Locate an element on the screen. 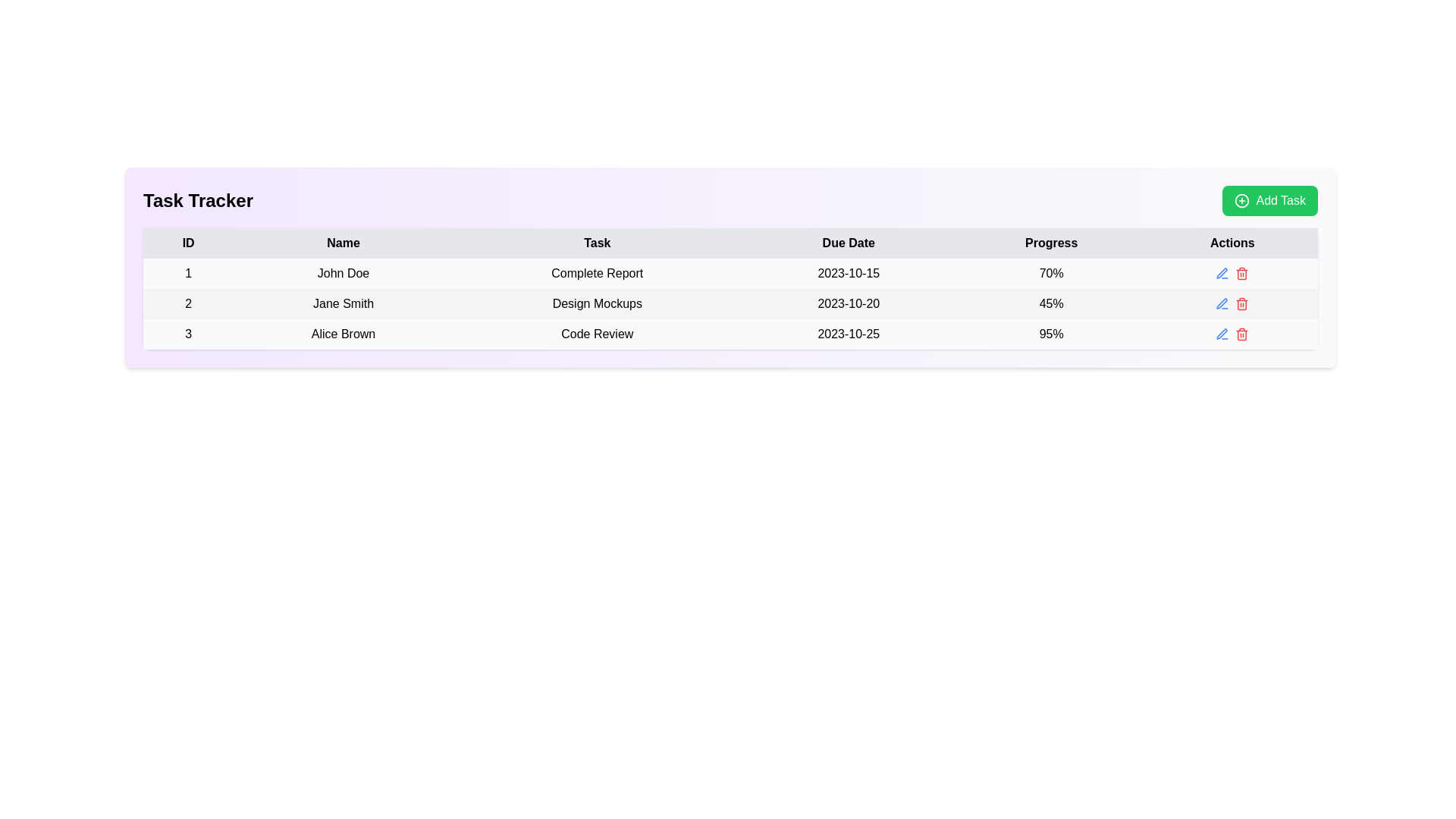 The width and height of the screenshot is (1456, 819). the delete icon button located in the 'Actions' column of the row for the task 'Design Mockups' is located at coordinates (1241, 304).